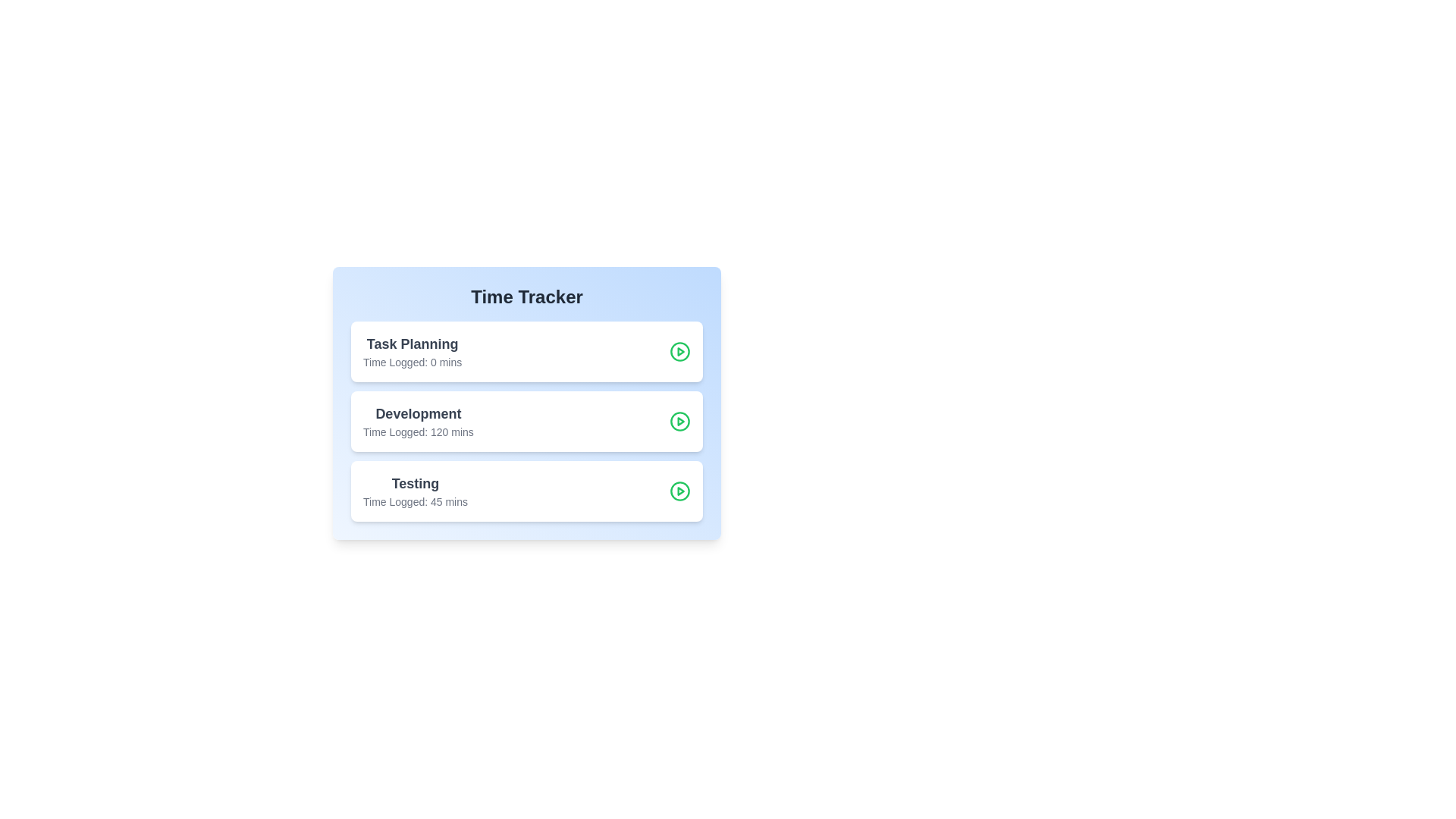 This screenshot has height=819, width=1456. Describe the element at coordinates (527, 297) in the screenshot. I see `the center of the header to simulate focusing or copying its text` at that location.